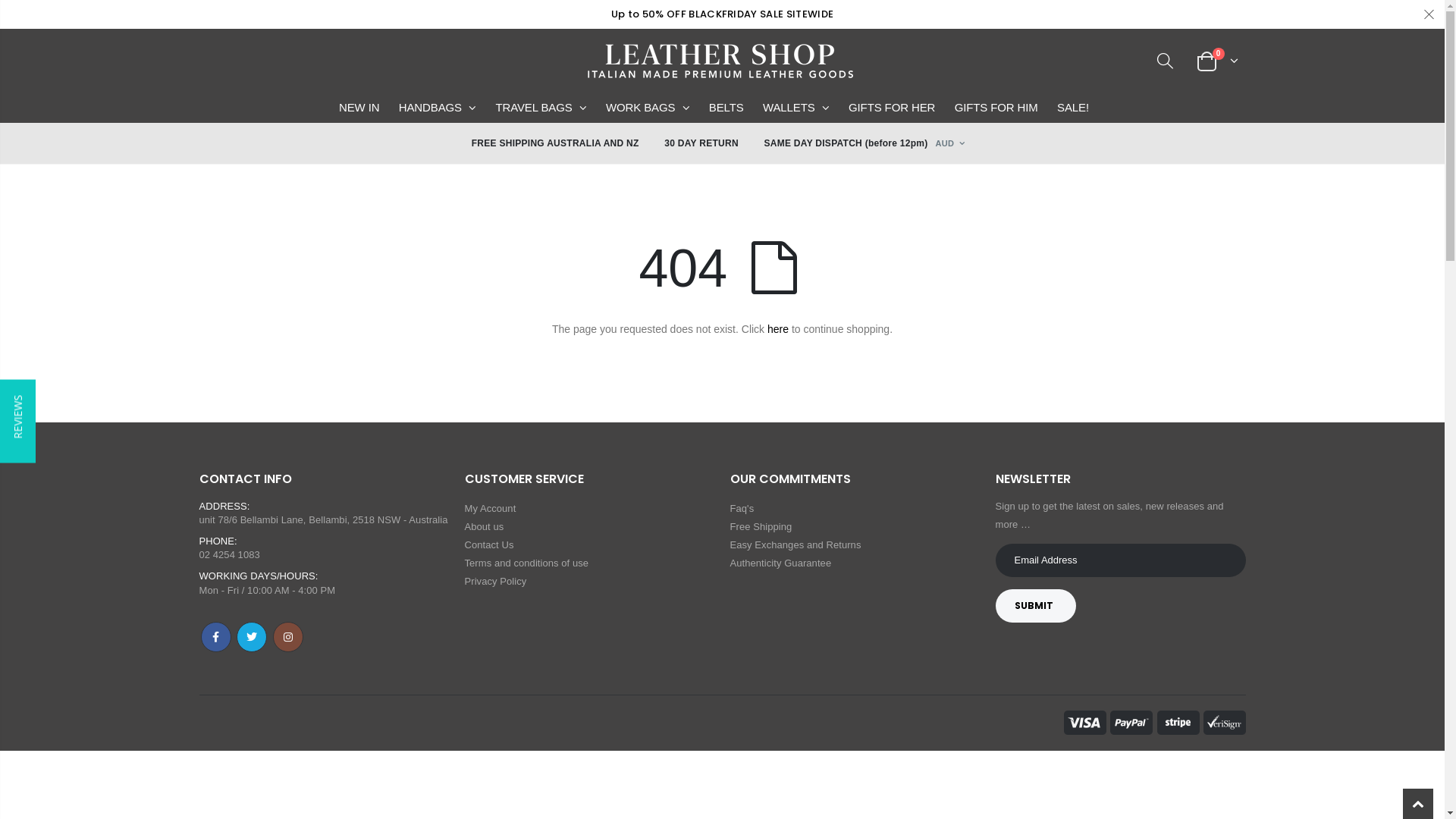 Image resolution: width=1456 pixels, height=819 pixels. What do you see at coordinates (399, 102) in the screenshot?
I see `'HANDBAGS'` at bounding box center [399, 102].